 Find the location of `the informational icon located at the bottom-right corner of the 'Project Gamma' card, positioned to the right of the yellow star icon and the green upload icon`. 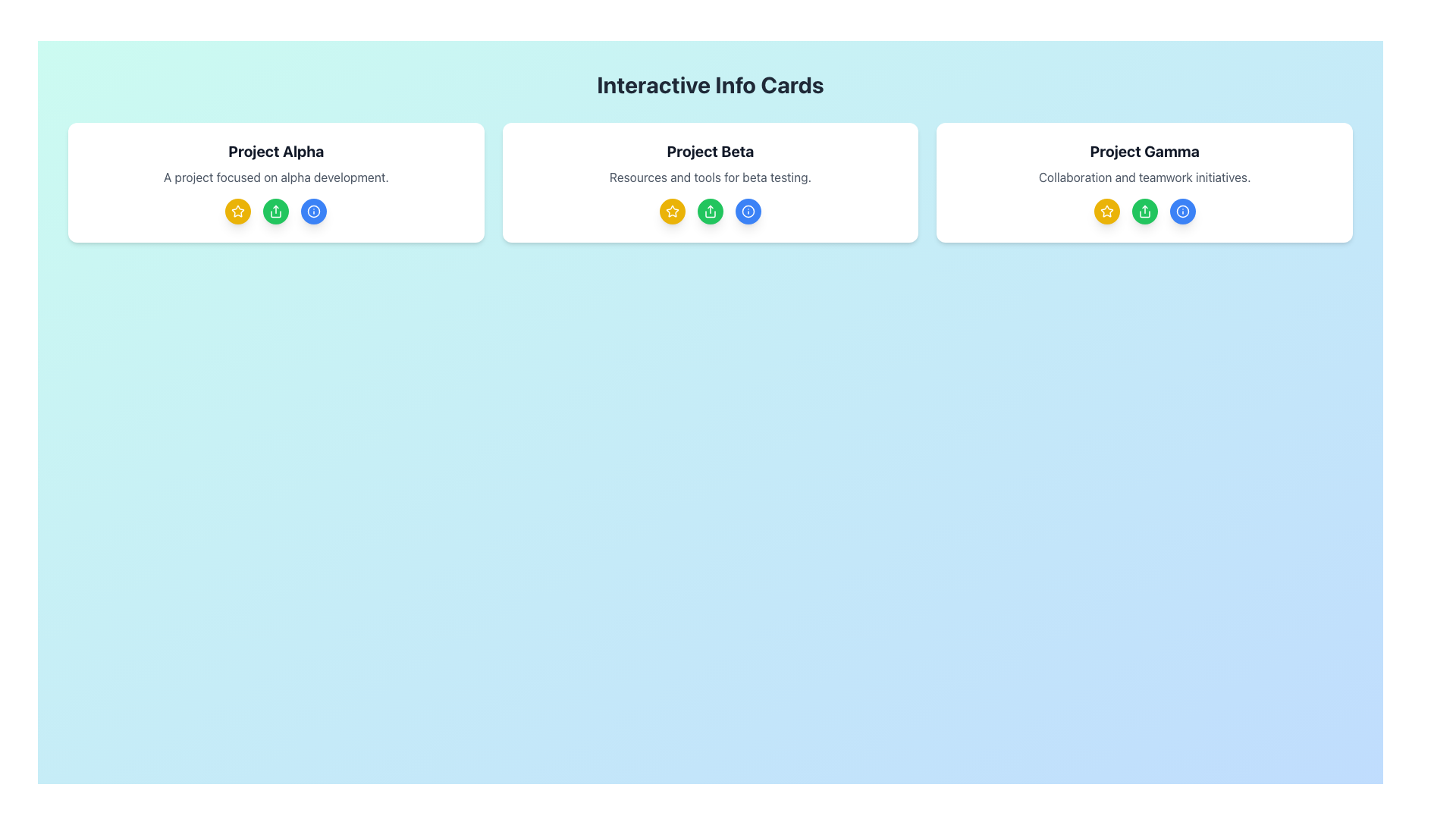

the informational icon located at the bottom-right corner of the 'Project Gamma' card, positioned to the right of the yellow star icon and the green upload icon is located at coordinates (1181, 211).